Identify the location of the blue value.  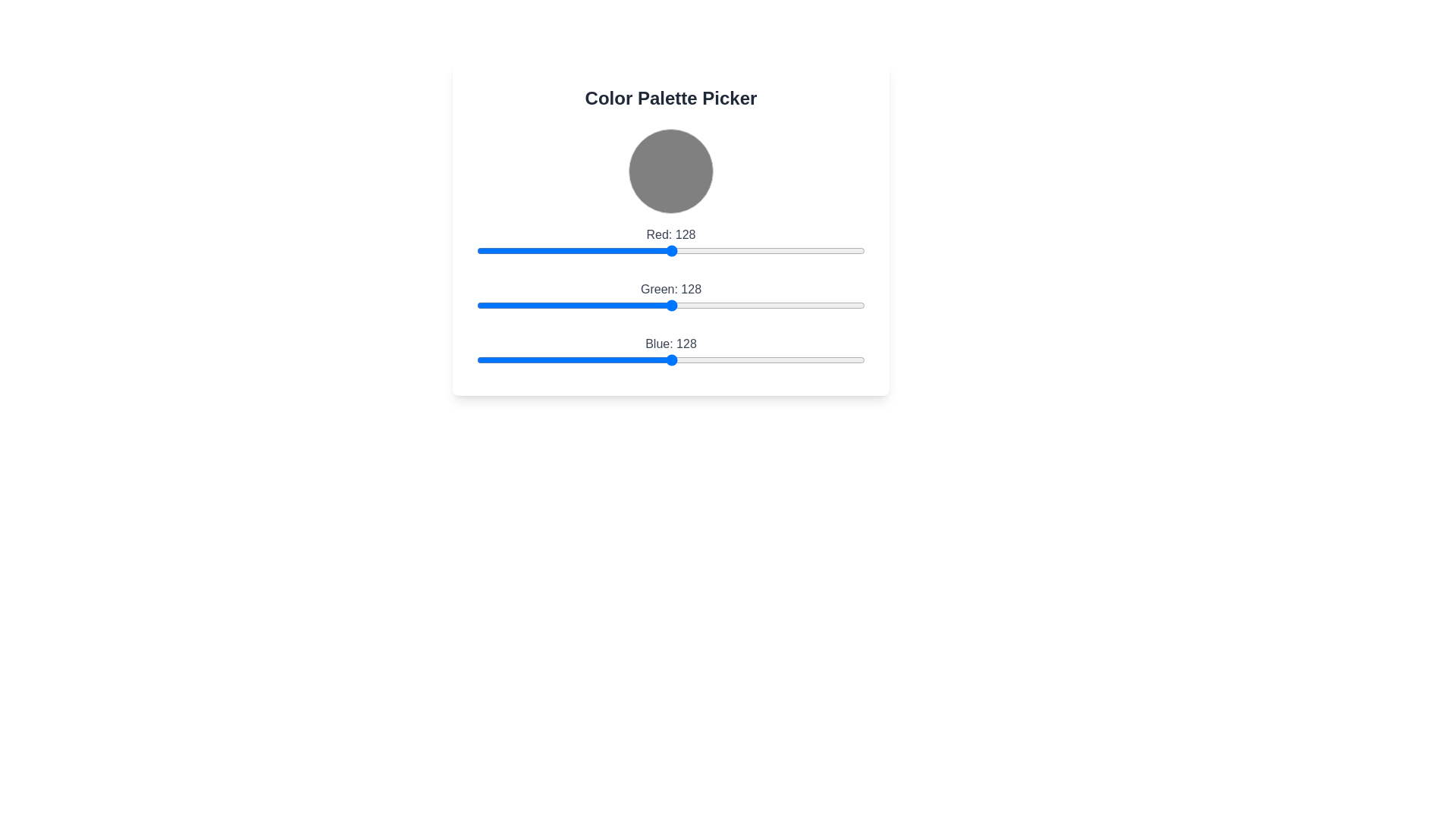
(715, 359).